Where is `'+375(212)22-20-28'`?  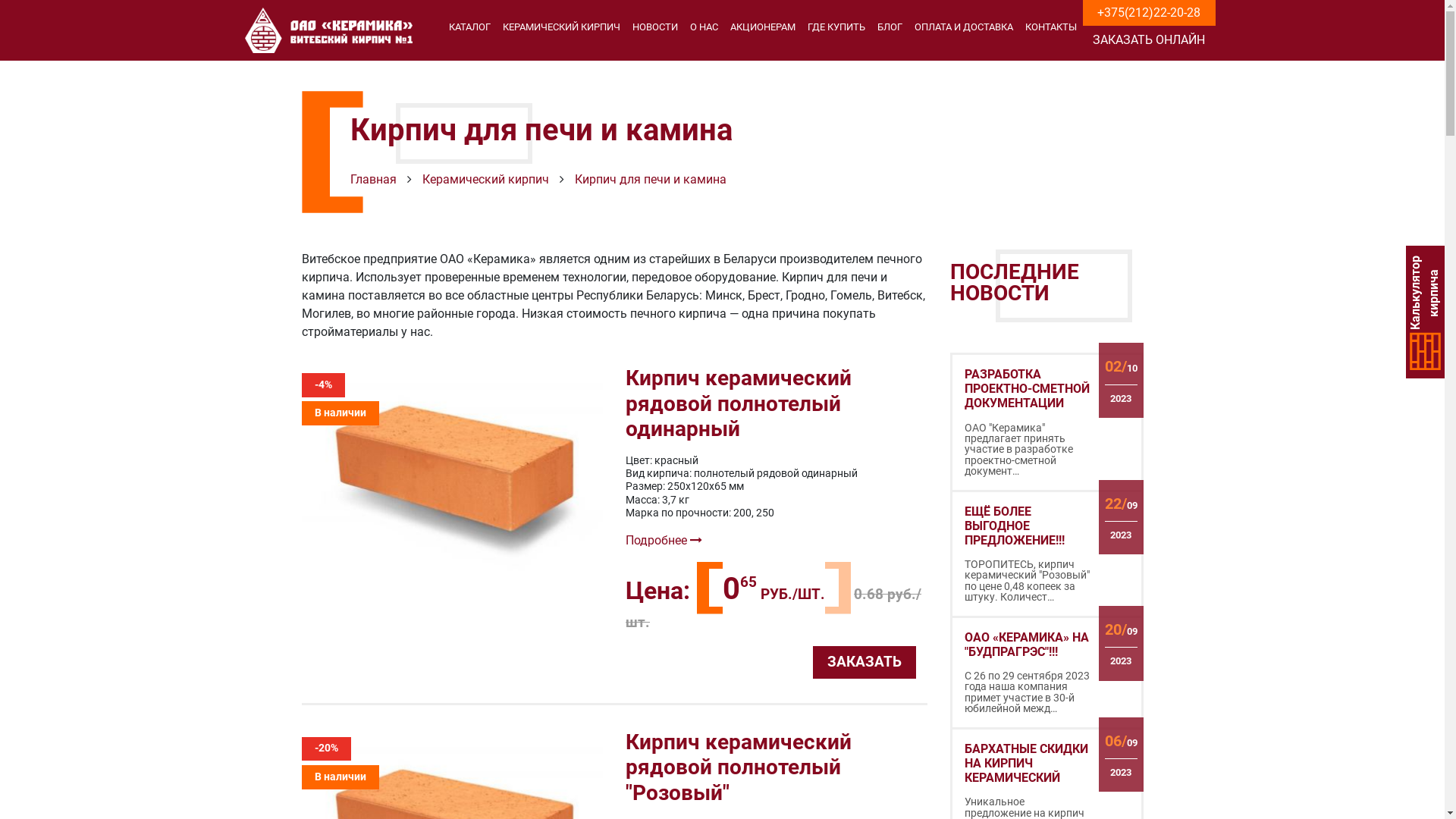 '+375(212)22-20-28' is located at coordinates (1149, 12).